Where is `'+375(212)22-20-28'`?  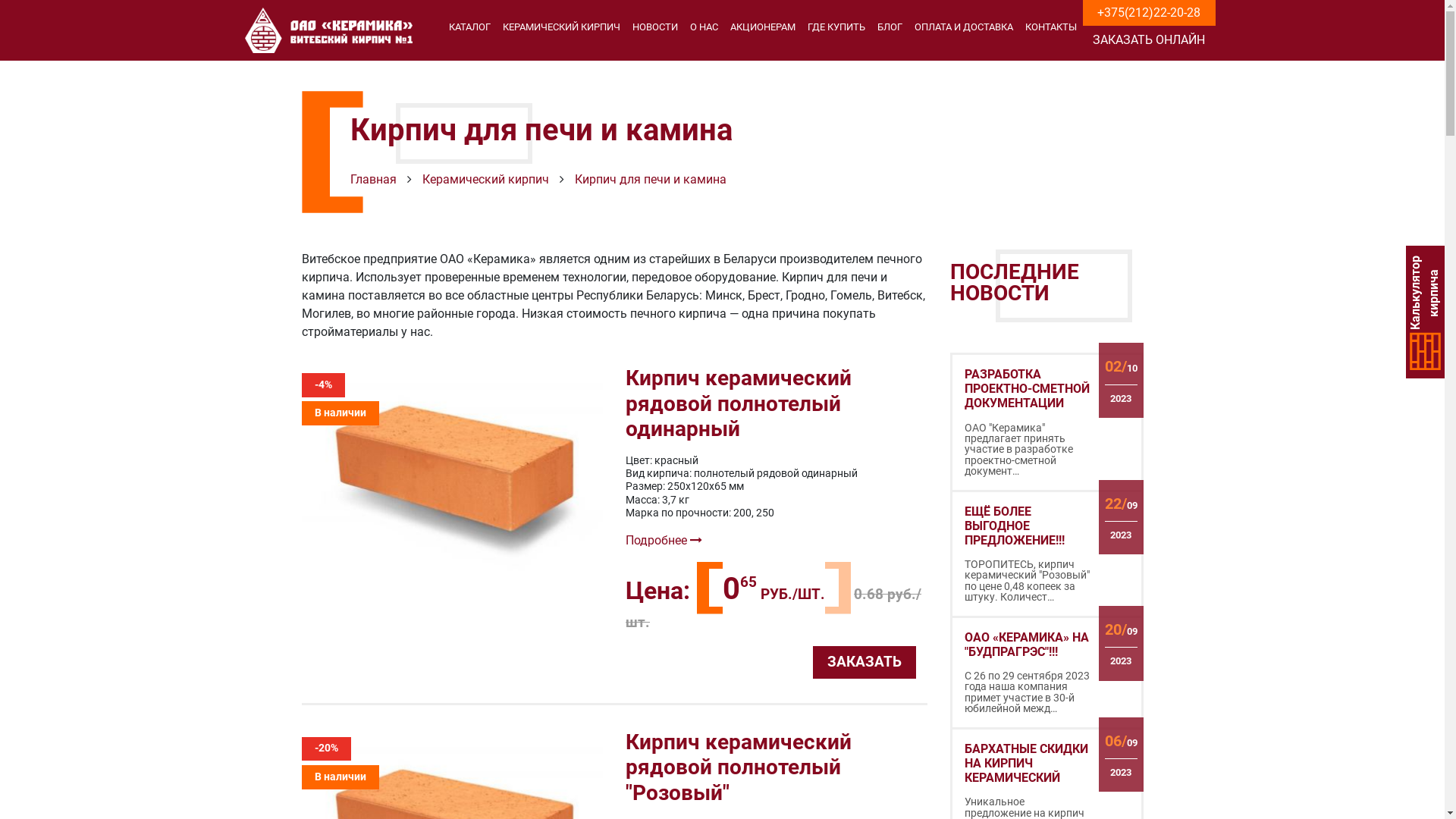 '+375(212)22-20-28' is located at coordinates (1149, 12).